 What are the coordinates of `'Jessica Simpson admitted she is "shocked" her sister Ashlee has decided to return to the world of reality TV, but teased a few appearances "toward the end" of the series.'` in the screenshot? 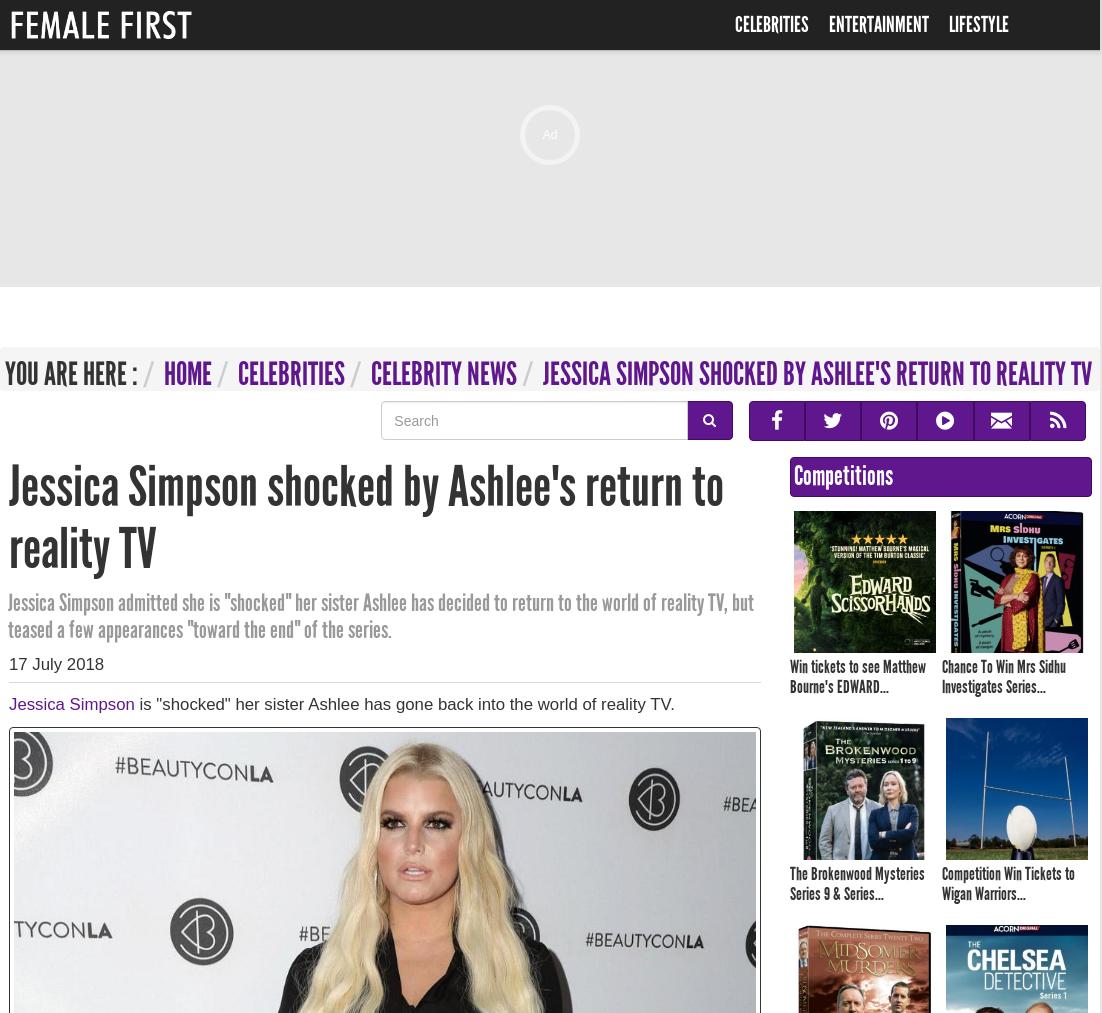 It's located at (379, 615).